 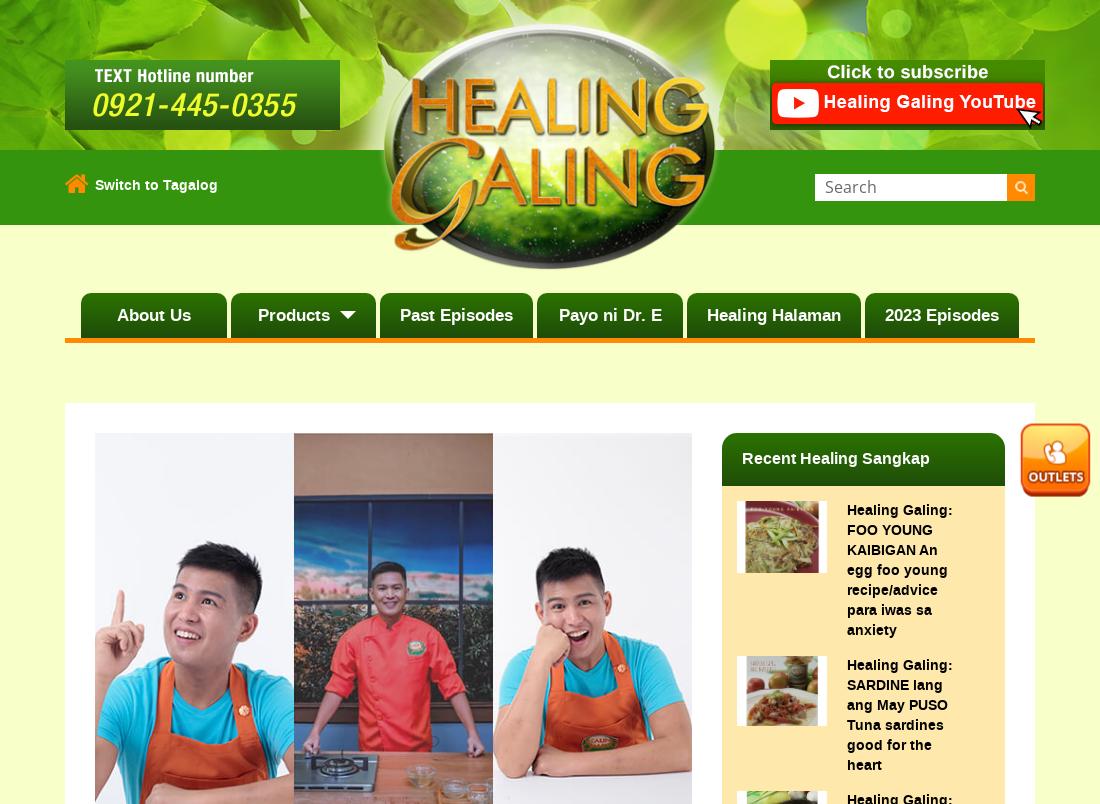 What do you see at coordinates (941, 314) in the screenshot?
I see `'2023 Episodes'` at bounding box center [941, 314].